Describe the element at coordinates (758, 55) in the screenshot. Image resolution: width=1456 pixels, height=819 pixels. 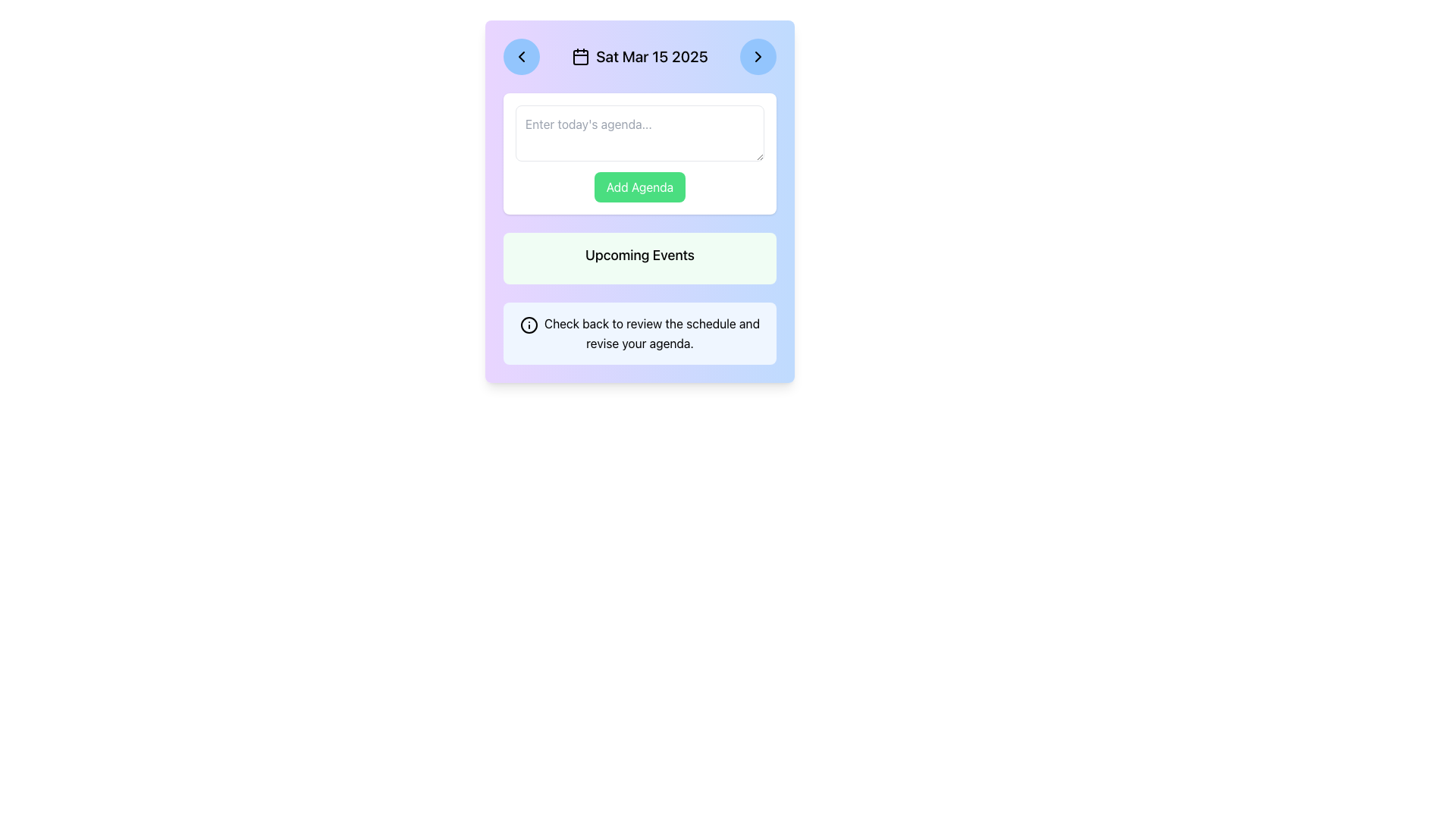
I see `the arrow-like icon pointing to the right, which is located in the center of a blue circular button in the top-right corner of the card interface` at that location.